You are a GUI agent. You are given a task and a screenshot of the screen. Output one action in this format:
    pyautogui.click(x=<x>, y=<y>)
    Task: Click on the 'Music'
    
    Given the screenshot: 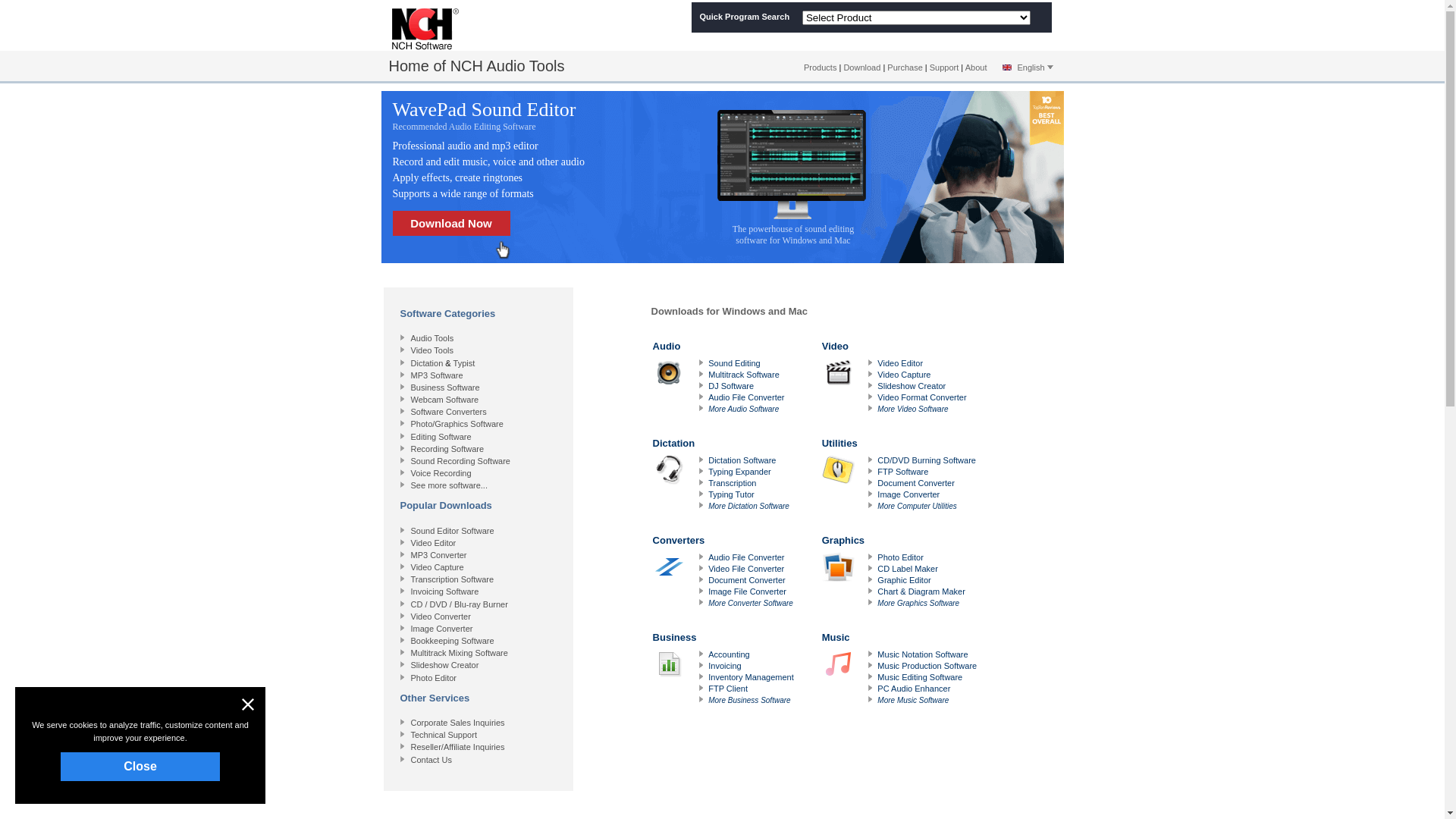 What is the action you would take?
    pyautogui.click(x=901, y=667)
    